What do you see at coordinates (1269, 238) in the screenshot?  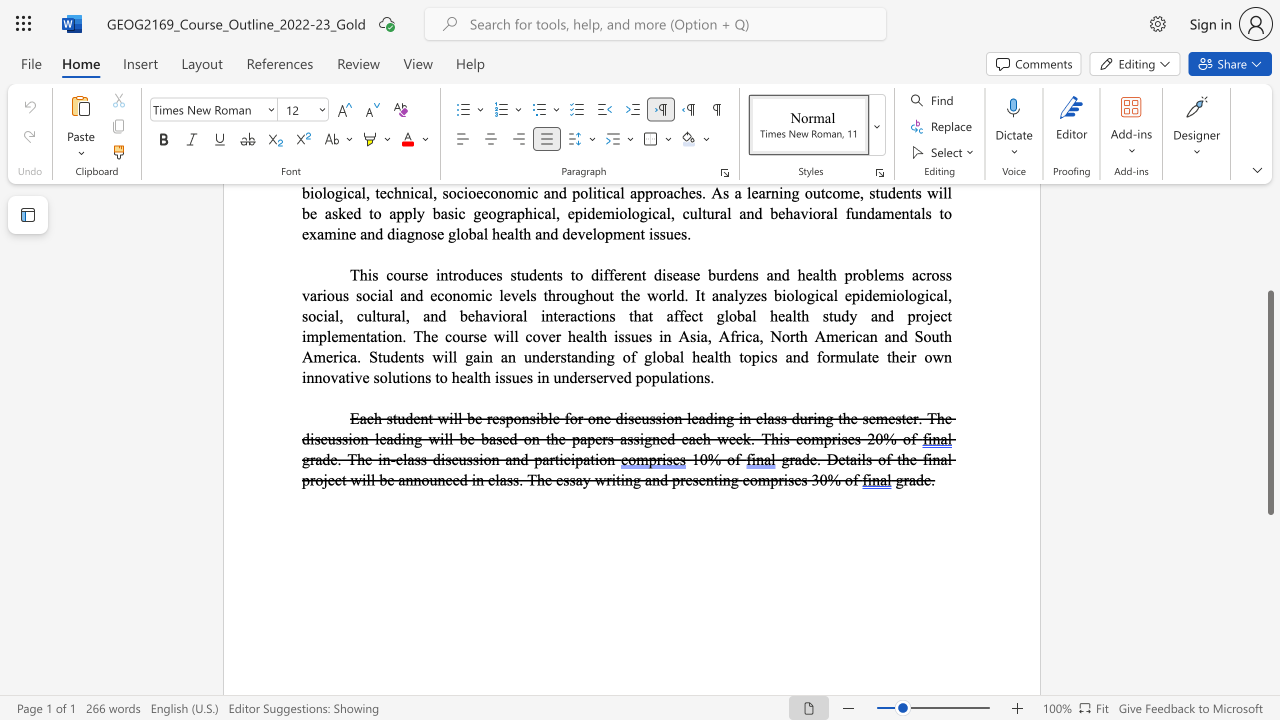 I see `the page's right scrollbar for upward movement` at bounding box center [1269, 238].